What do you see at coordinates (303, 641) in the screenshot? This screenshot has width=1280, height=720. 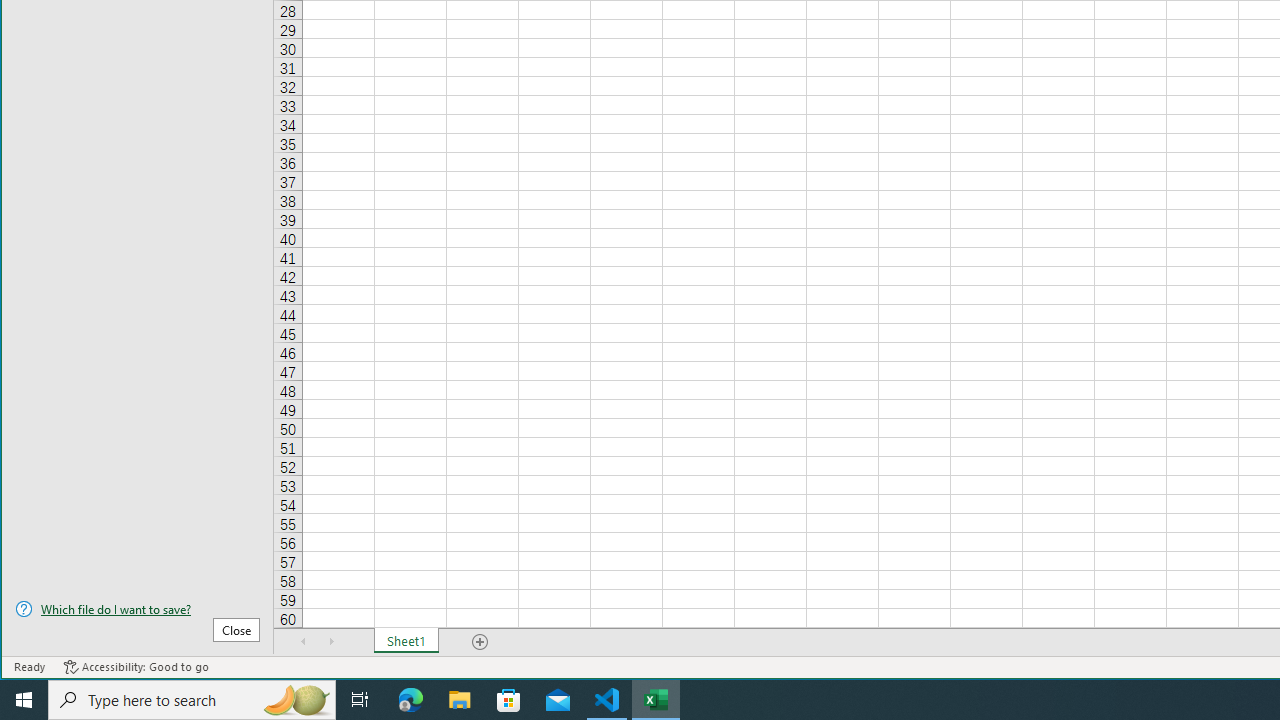 I see `'Scroll Left'` at bounding box center [303, 641].